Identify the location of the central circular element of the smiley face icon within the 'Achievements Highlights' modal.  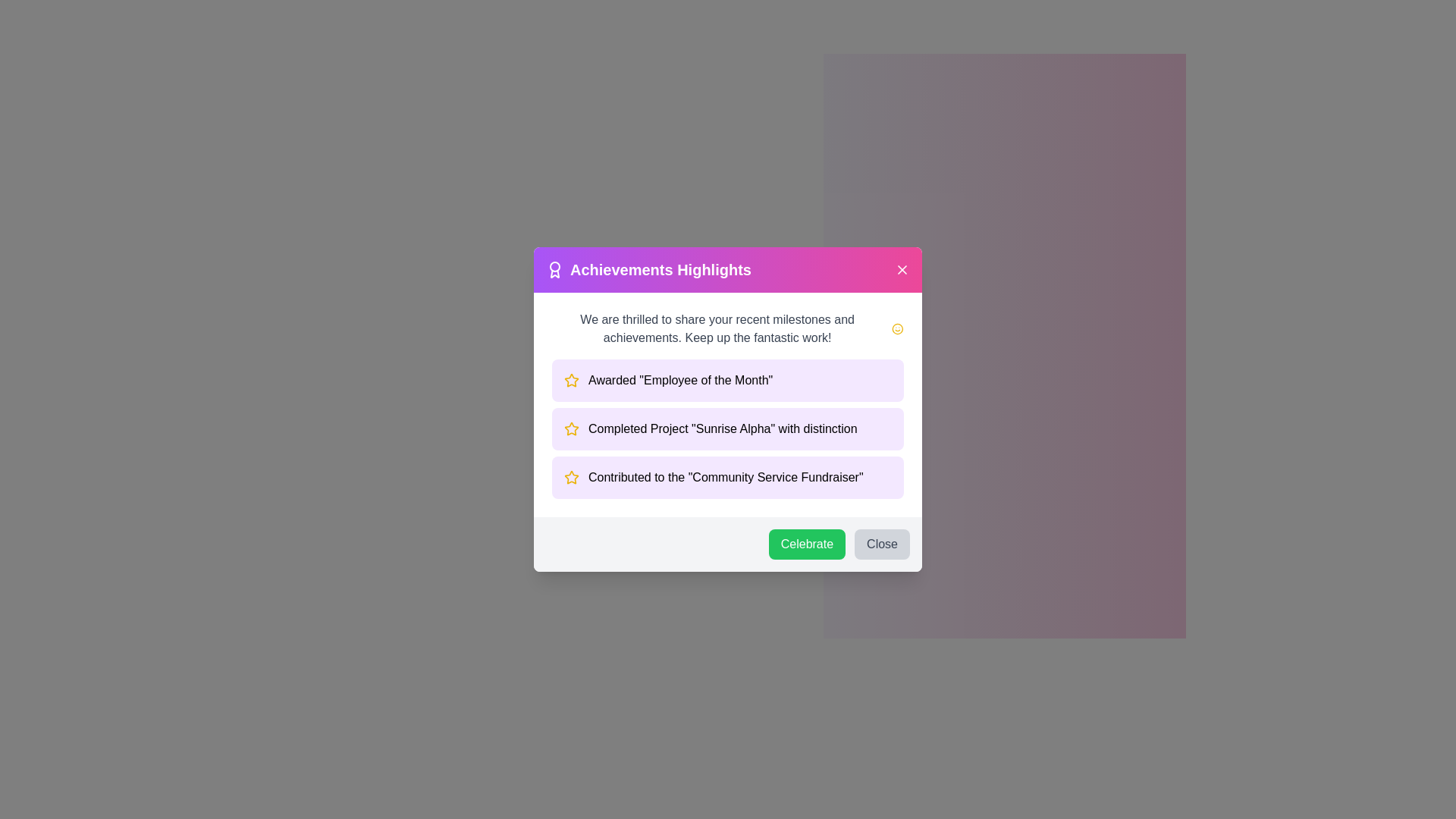
(898, 328).